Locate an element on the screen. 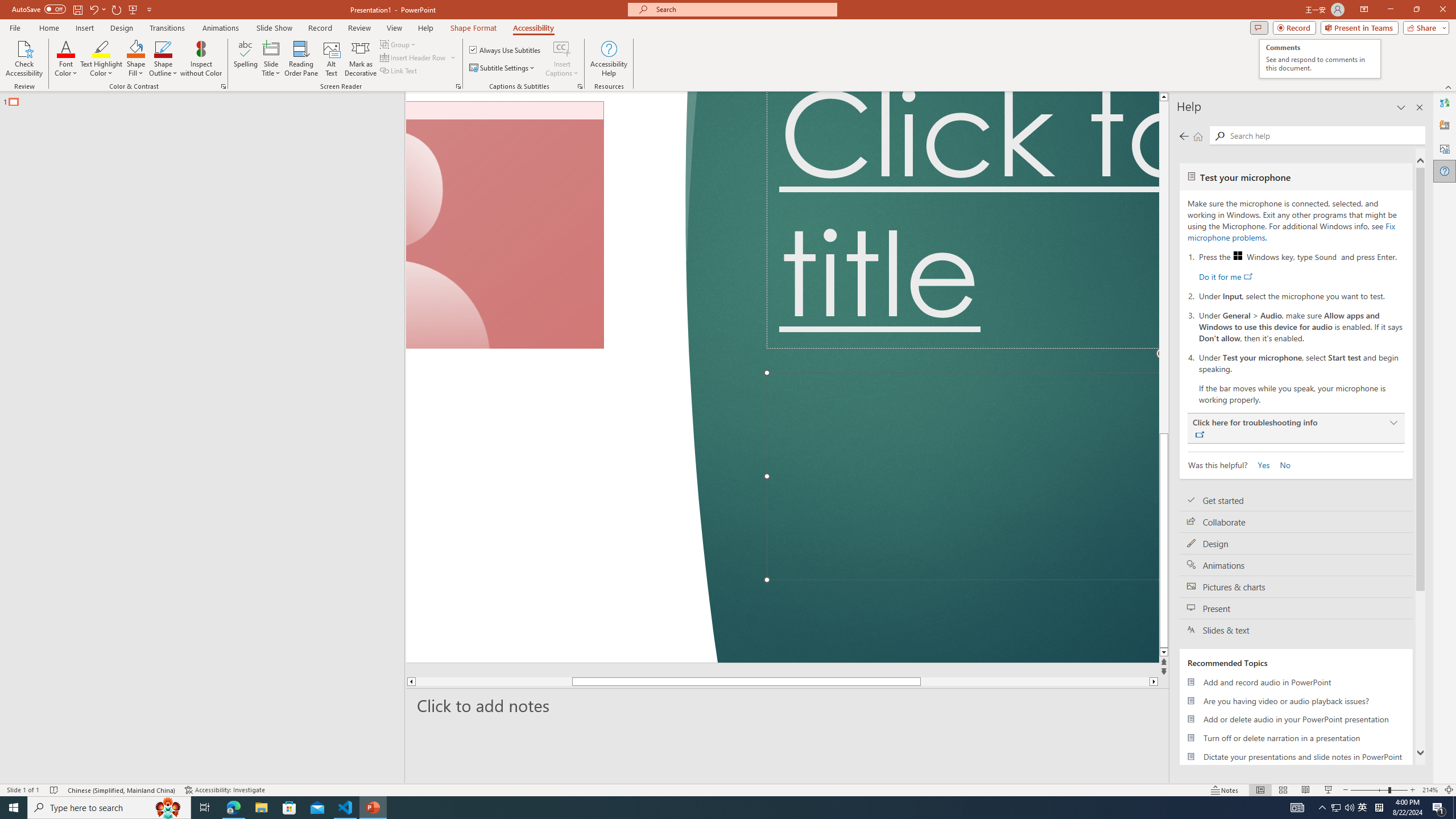 The image size is (1456, 819). 'Dictate your presentations and slide notes in PowerPoint' is located at coordinates (1296, 756).